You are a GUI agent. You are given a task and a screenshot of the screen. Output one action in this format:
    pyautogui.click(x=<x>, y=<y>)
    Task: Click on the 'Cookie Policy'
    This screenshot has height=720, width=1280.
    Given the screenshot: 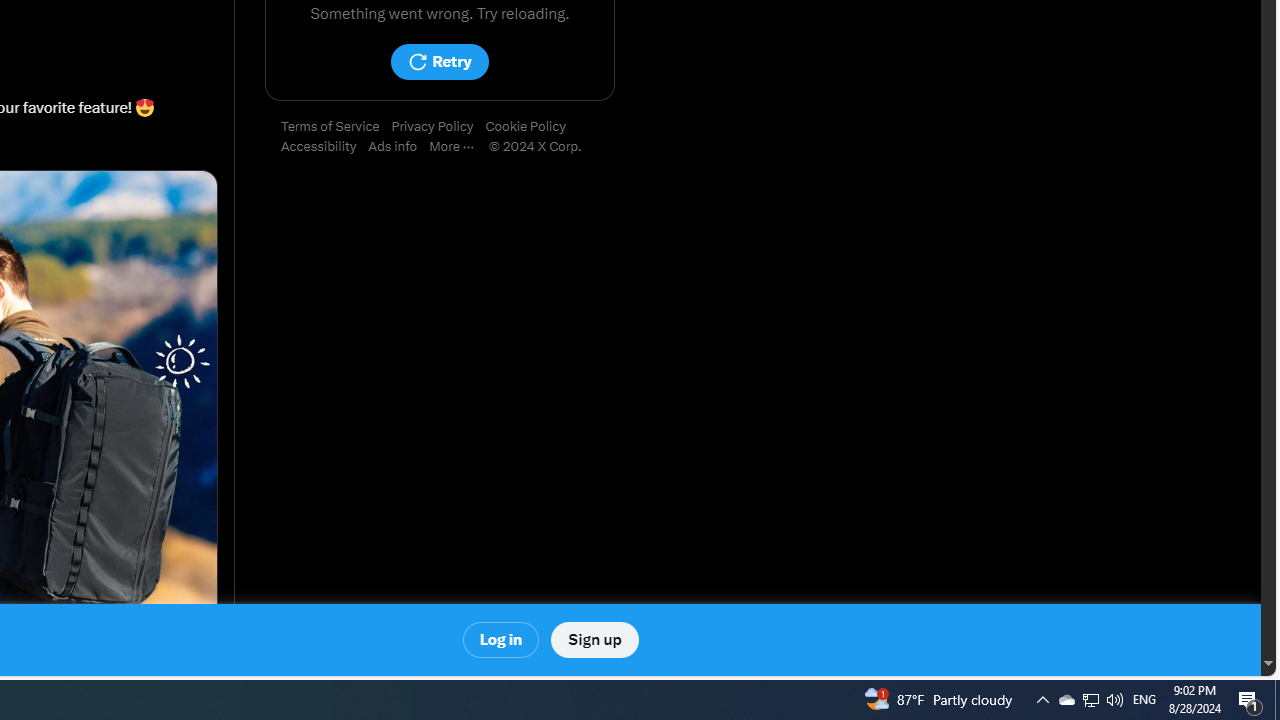 What is the action you would take?
    pyautogui.click(x=531, y=127)
    